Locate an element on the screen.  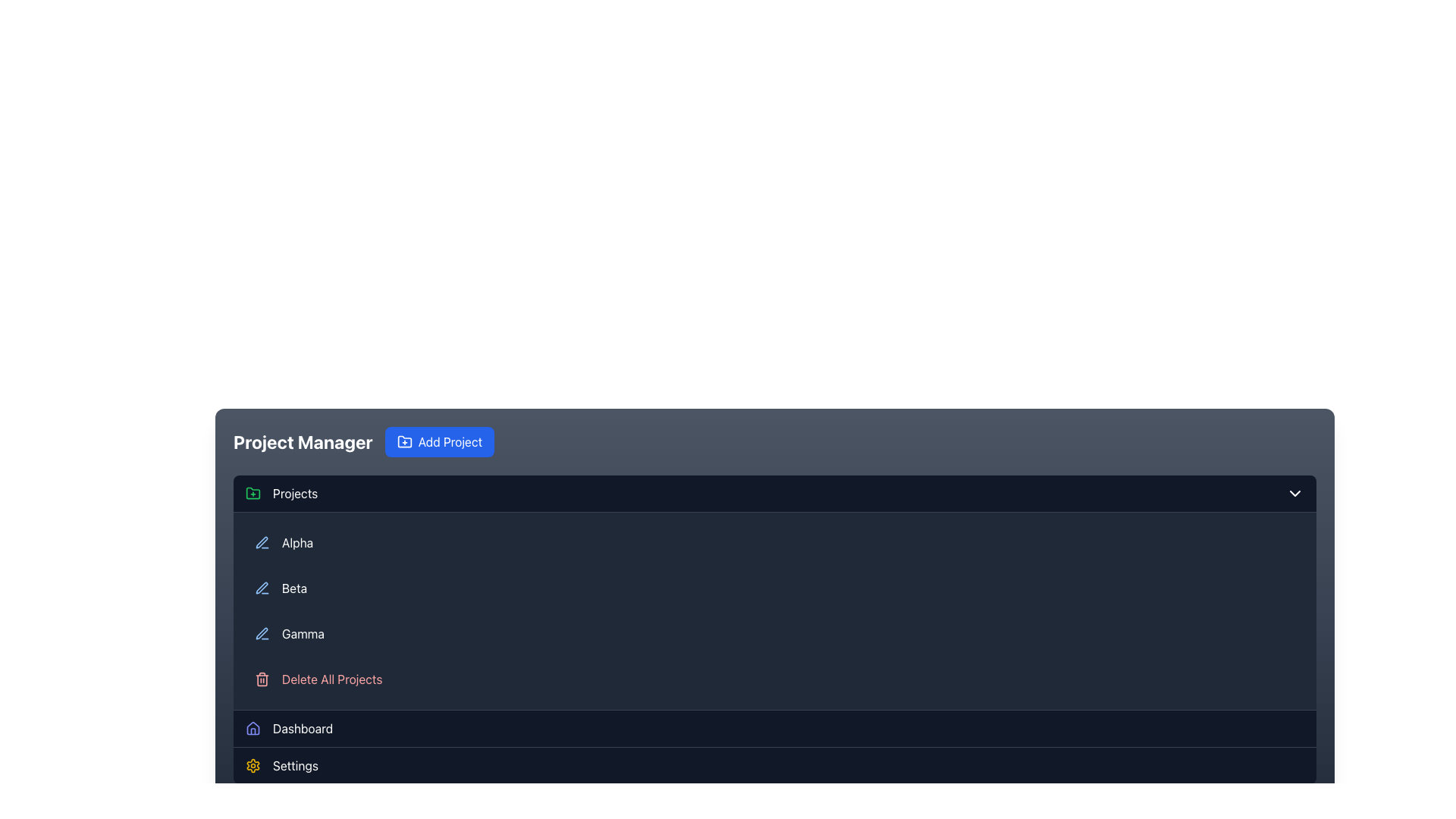
the navigation button that redirects users to the dashboard section, located between 'Delete All Projects' and 'Settings' is located at coordinates (775, 727).